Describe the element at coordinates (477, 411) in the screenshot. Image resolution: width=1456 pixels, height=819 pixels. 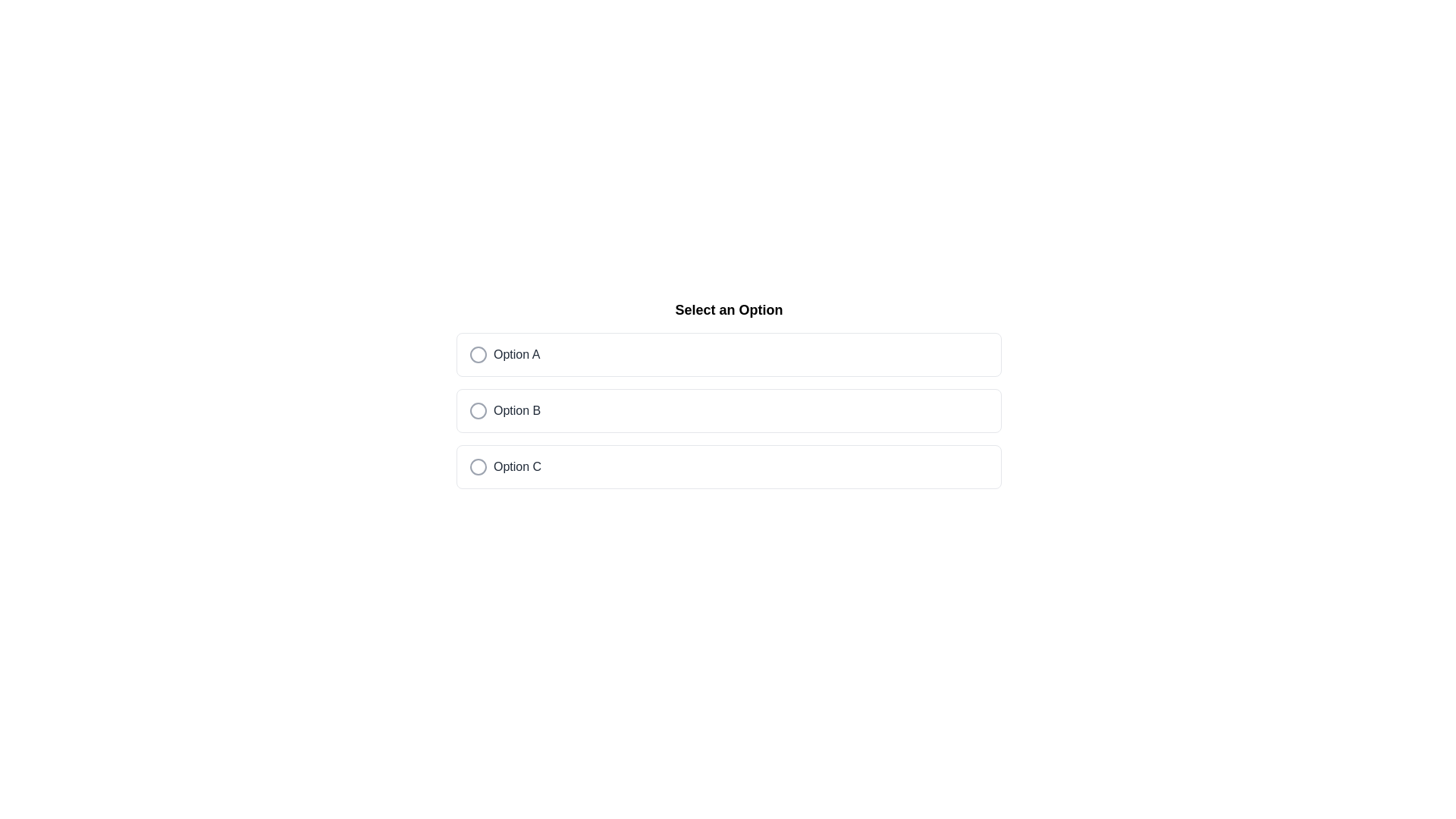
I see `the SVG circle element that represents the selection marker for 'Option B'` at that location.